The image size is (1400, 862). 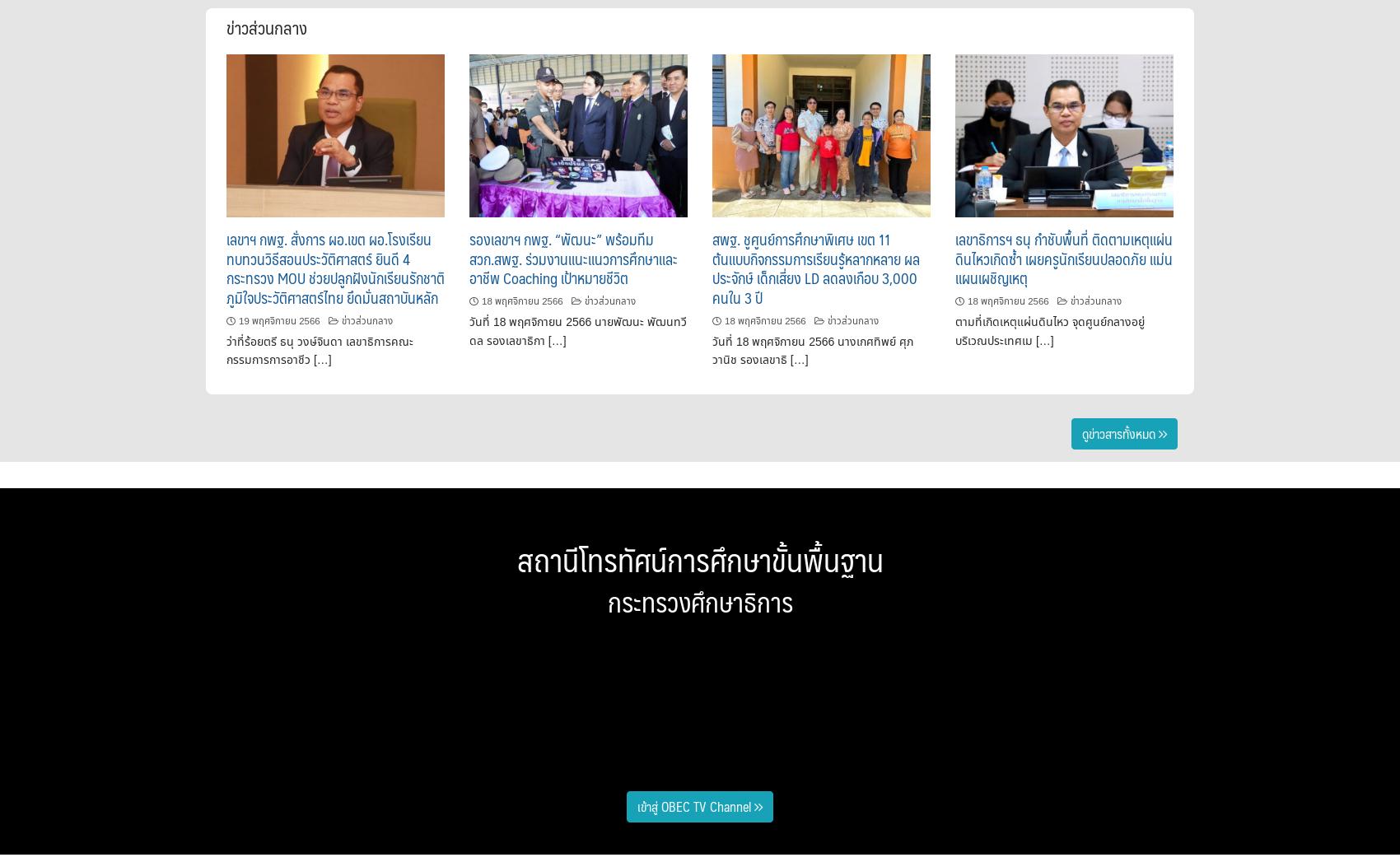 I want to click on 'พิธีถวายผ้าพระกฐินพระราชทาน ประจำปี 2566 สำนักงานคณะกรรมการการศึกษาขั้นพื้นฐาน', so click(x=343, y=630).